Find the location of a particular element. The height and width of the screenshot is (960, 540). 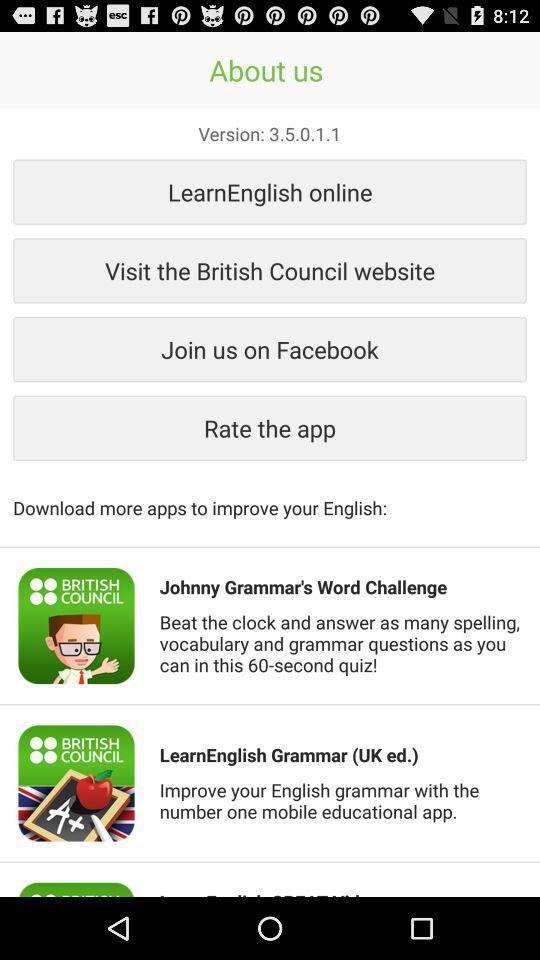

item below version 3 5 is located at coordinates (270, 191).